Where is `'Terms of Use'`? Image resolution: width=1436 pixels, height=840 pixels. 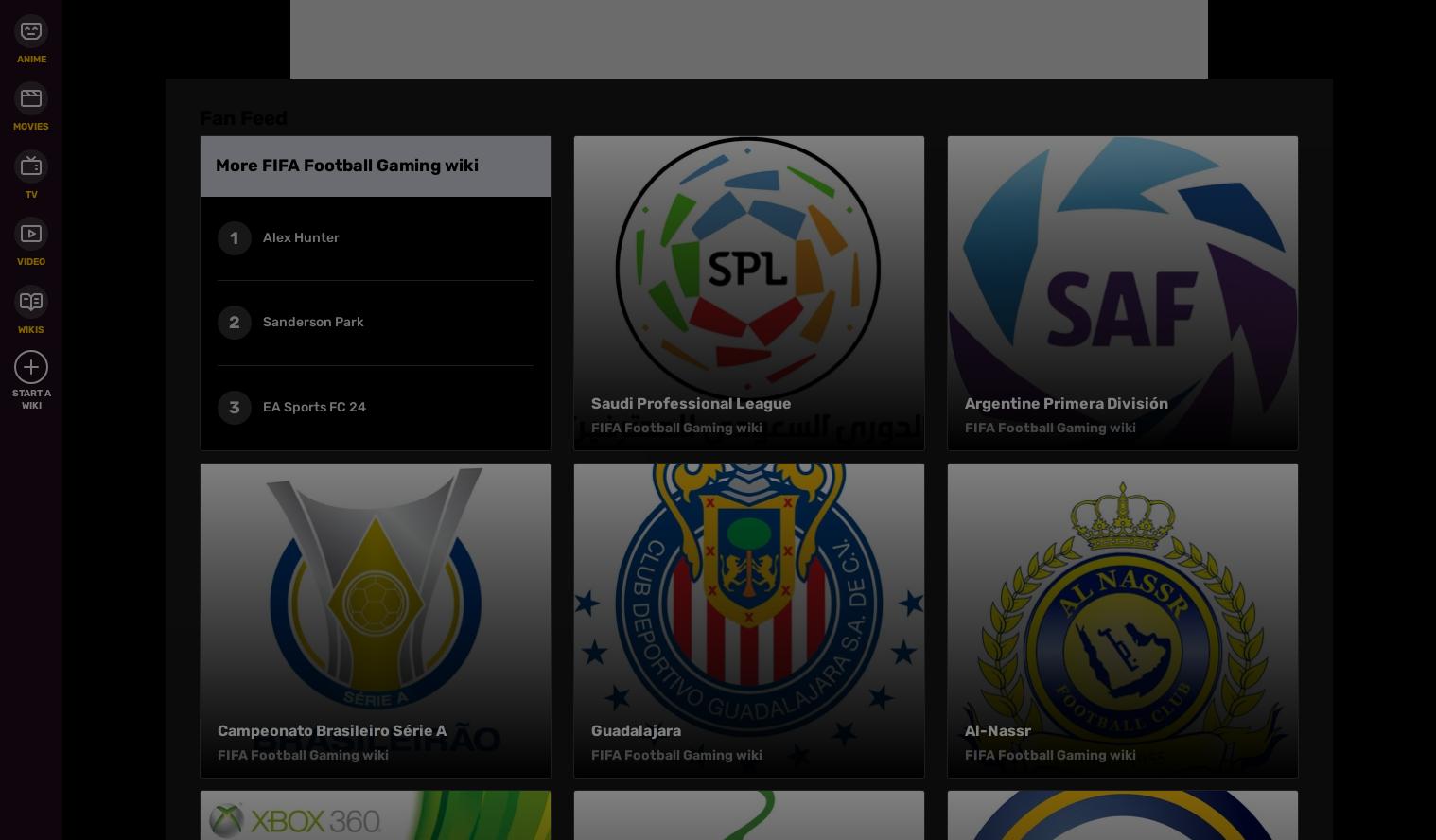 'Terms of Use' is located at coordinates (559, 47).